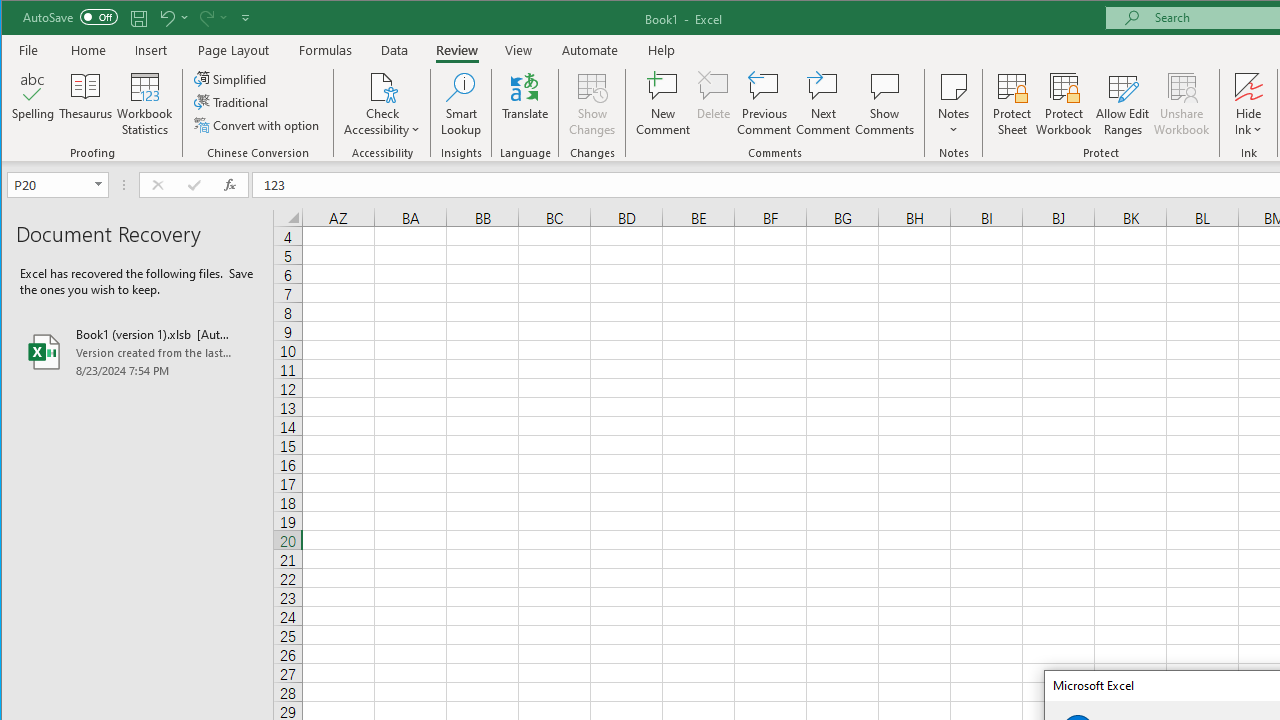 The width and height of the screenshot is (1280, 720). I want to click on 'Traditional', so click(232, 102).